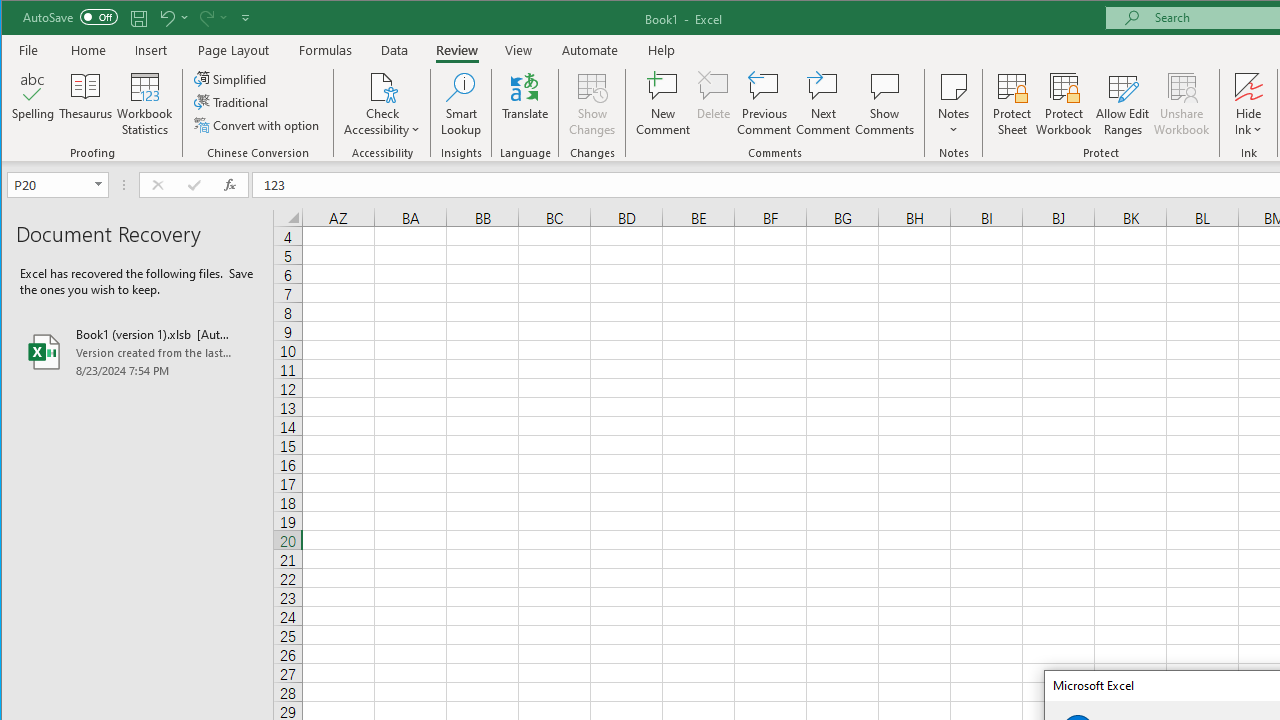 The width and height of the screenshot is (1280, 720). I want to click on 'Traditional', so click(232, 102).